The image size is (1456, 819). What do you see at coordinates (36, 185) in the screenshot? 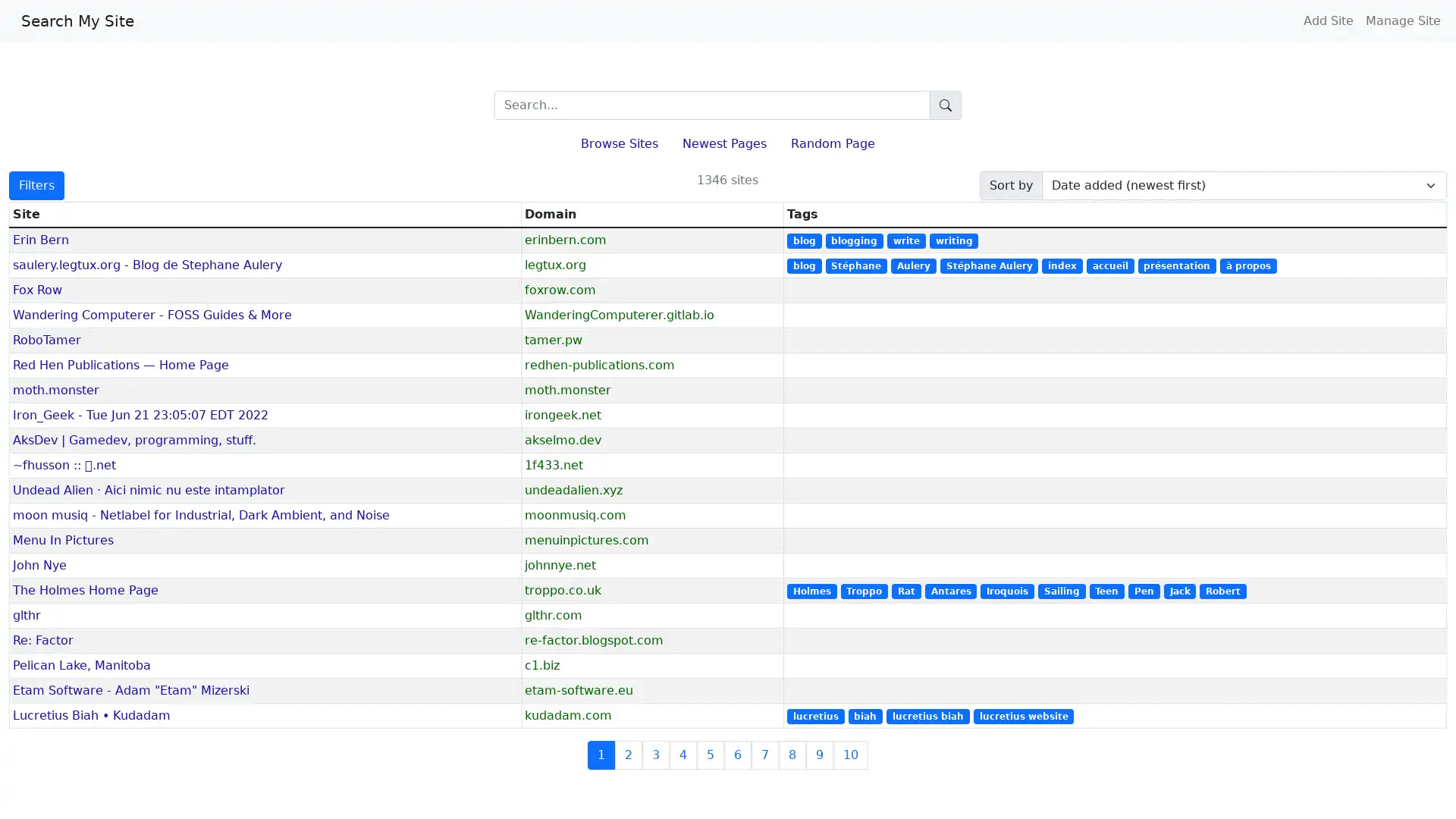
I see `Filters` at bounding box center [36, 185].